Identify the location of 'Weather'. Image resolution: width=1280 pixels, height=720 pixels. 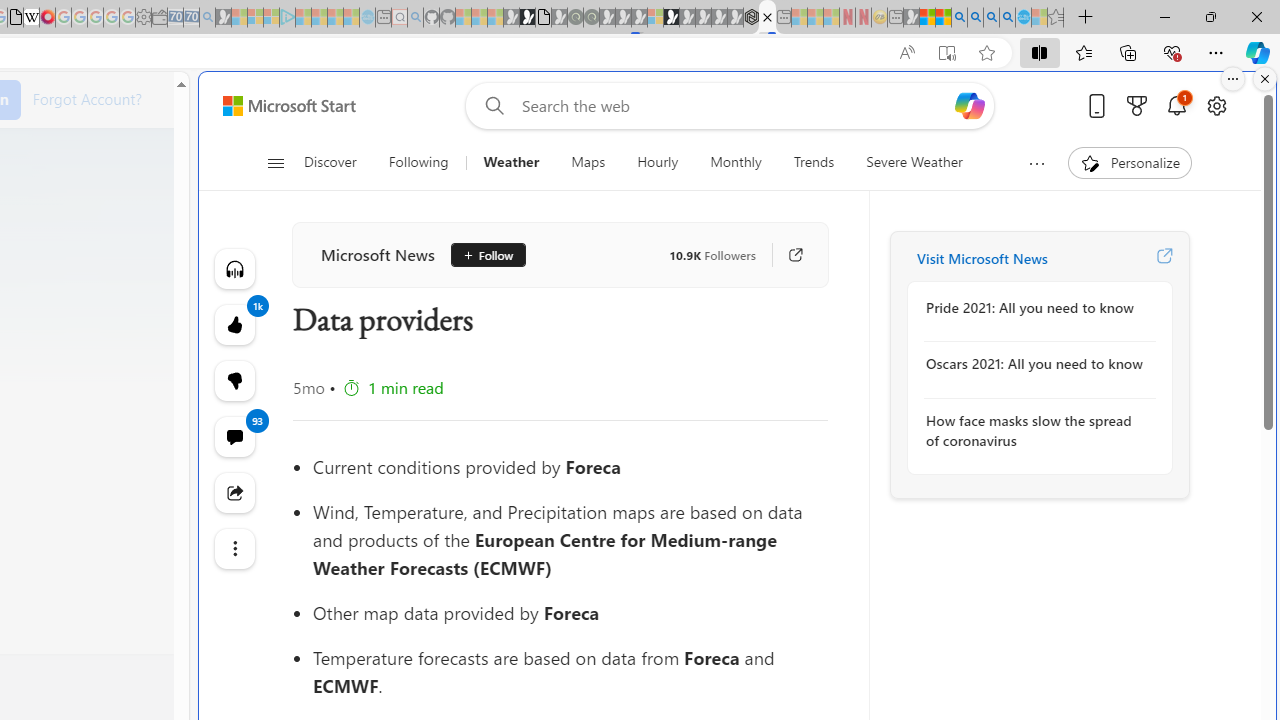
(511, 162).